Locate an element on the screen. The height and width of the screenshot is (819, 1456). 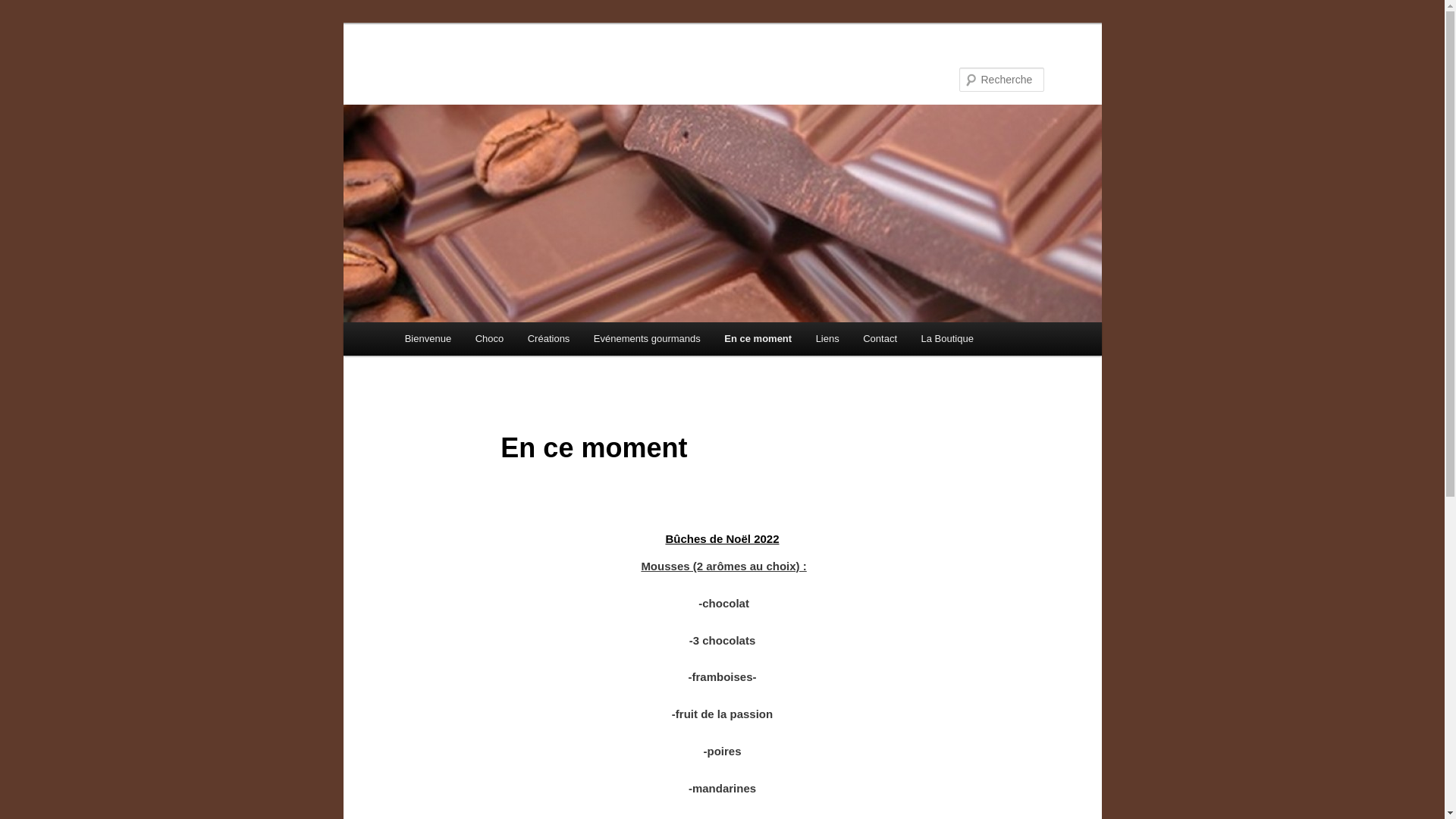
'Aller au contenu secondaire' is located at coordinates (400, 341).